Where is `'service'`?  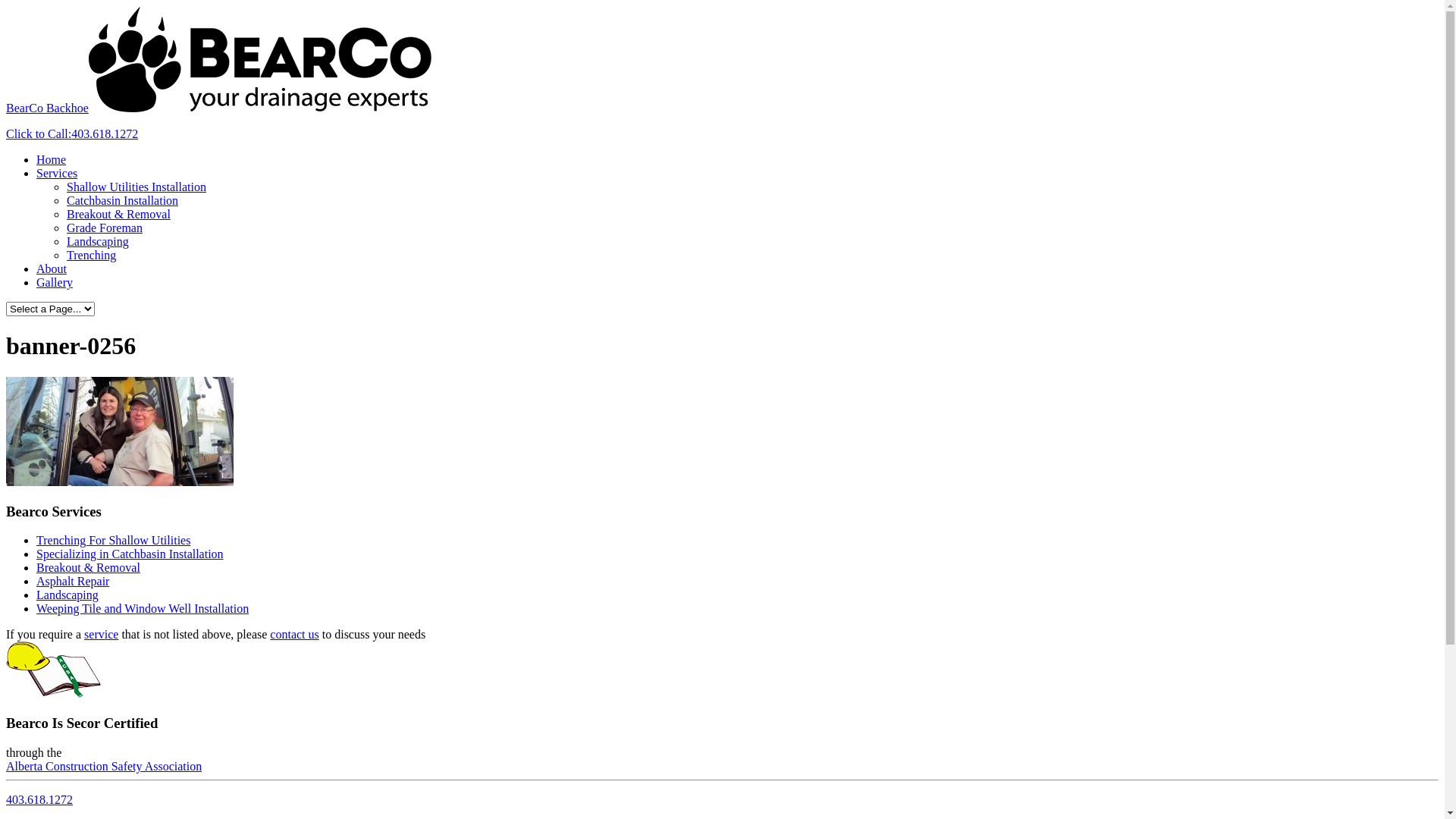 'service' is located at coordinates (100, 634).